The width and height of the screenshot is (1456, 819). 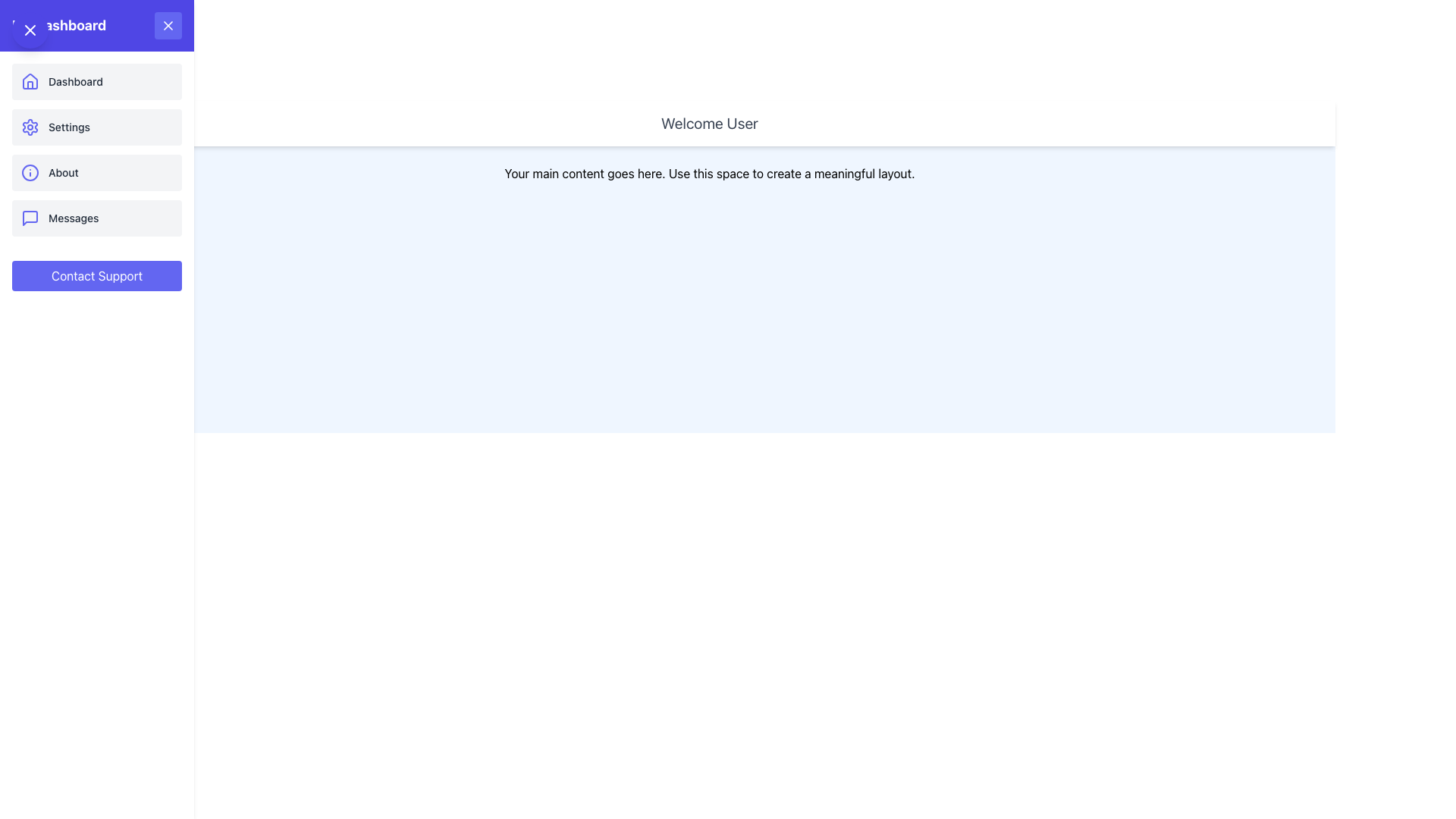 What do you see at coordinates (68, 127) in the screenshot?
I see `the 'Settings' text label located in the sidebar, which is styled with a small font size and changes color on hover` at bounding box center [68, 127].